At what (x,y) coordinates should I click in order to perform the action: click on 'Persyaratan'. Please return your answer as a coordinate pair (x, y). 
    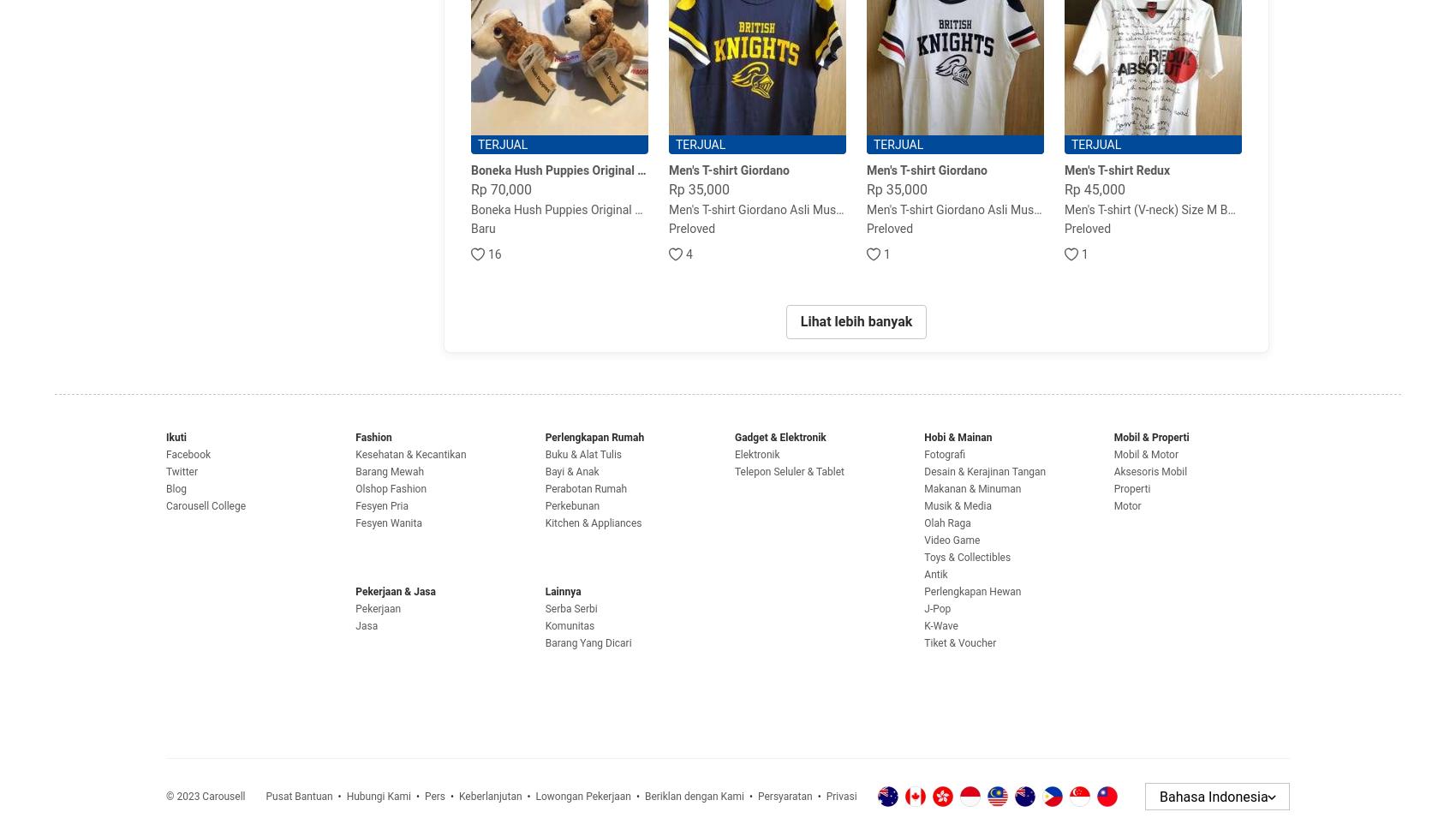
    Looking at the image, I should click on (785, 796).